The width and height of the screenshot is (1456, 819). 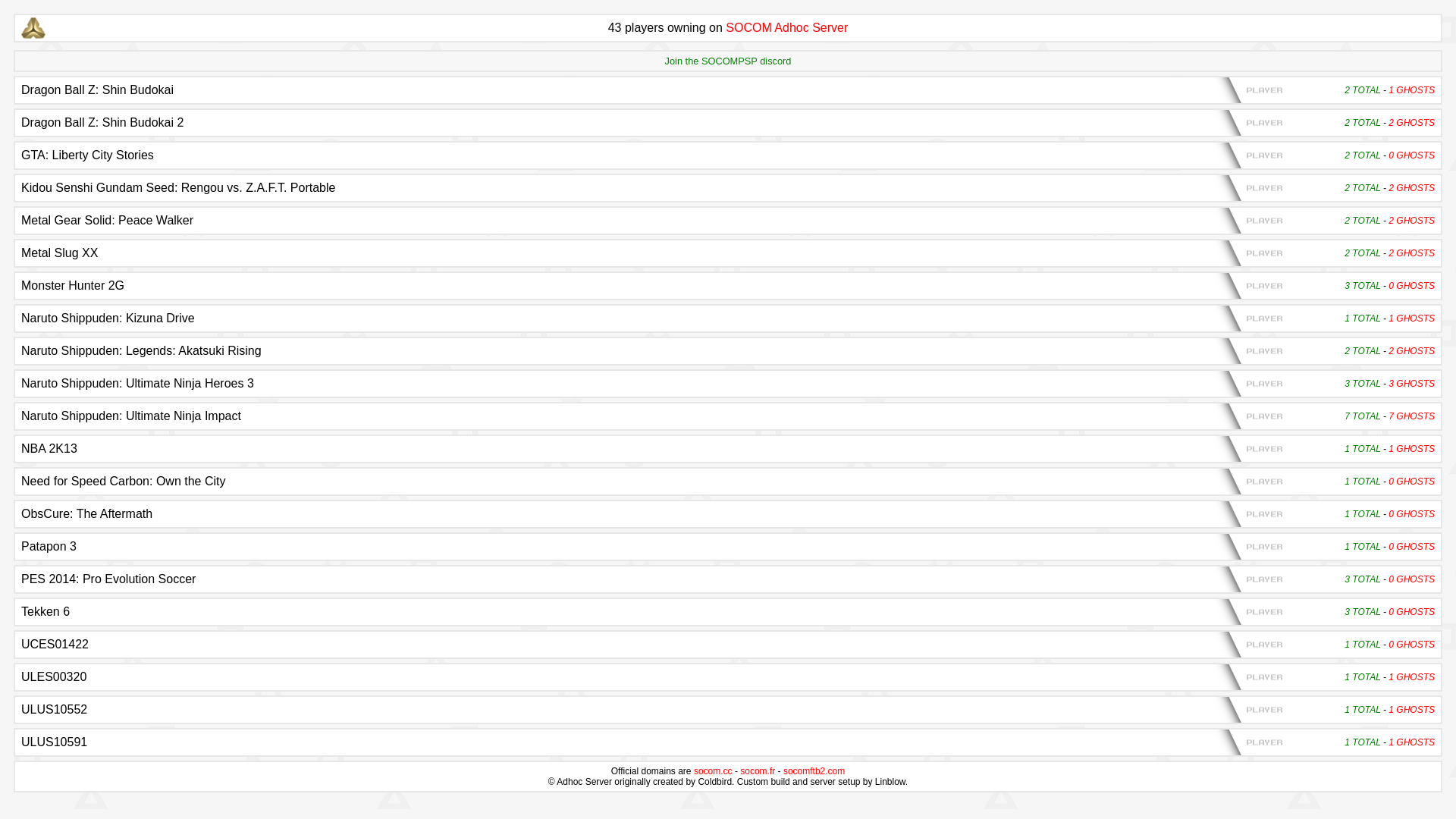 What do you see at coordinates (739, 771) in the screenshot?
I see `'socom.fr'` at bounding box center [739, 771].